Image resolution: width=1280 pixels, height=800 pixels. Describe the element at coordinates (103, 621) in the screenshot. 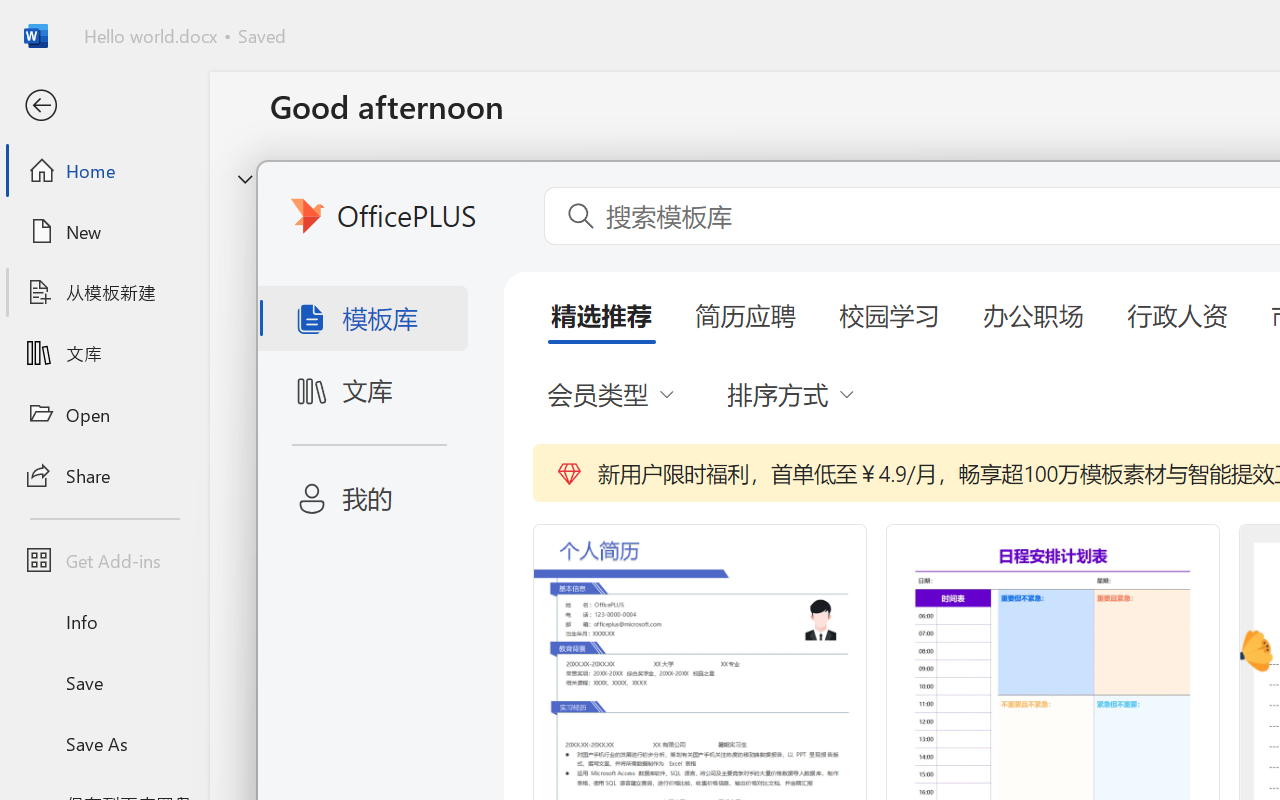

I see `'Info'` at that location.